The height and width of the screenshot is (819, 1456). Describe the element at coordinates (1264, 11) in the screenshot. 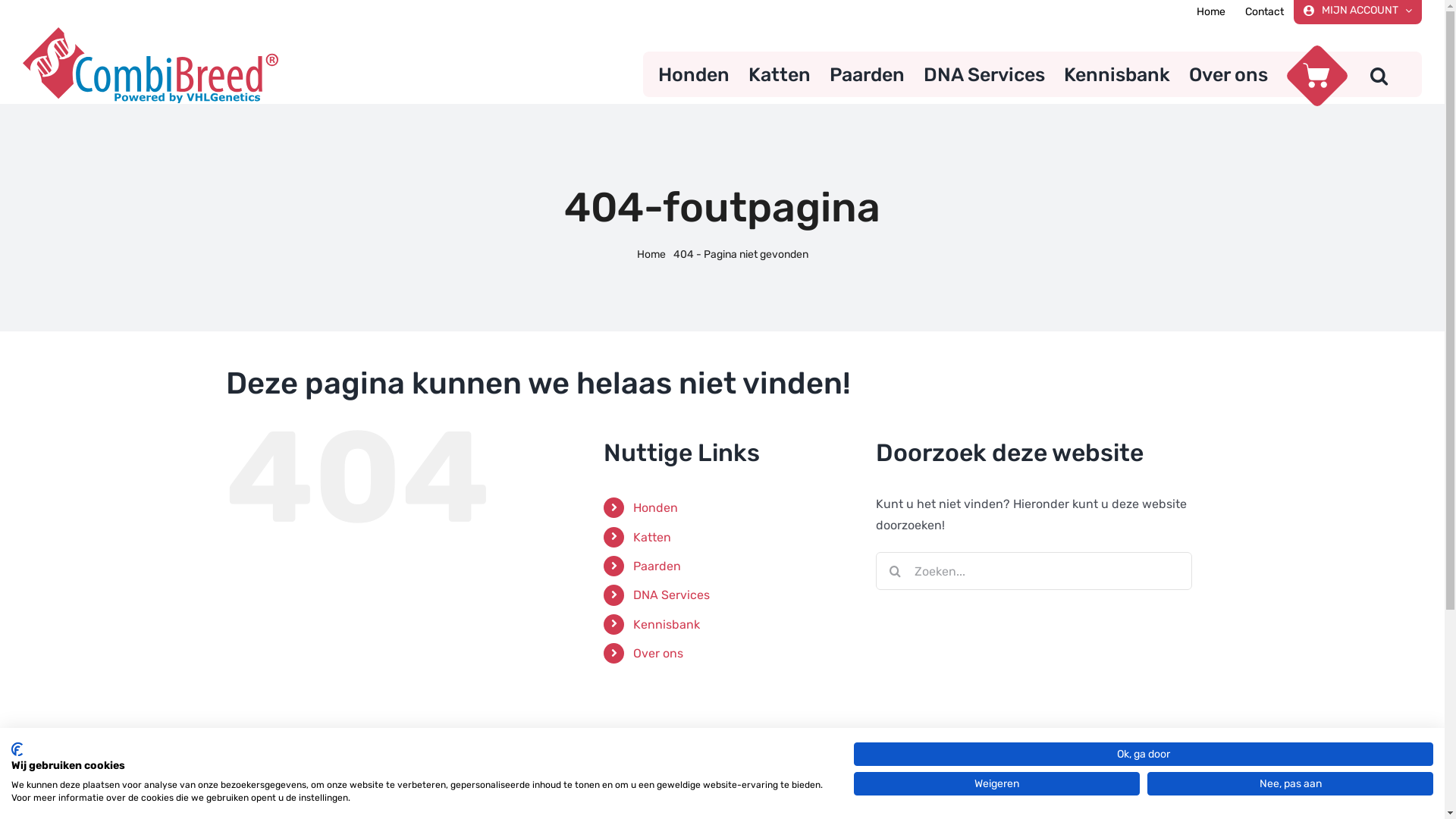

I see `'Contact'` at that location.